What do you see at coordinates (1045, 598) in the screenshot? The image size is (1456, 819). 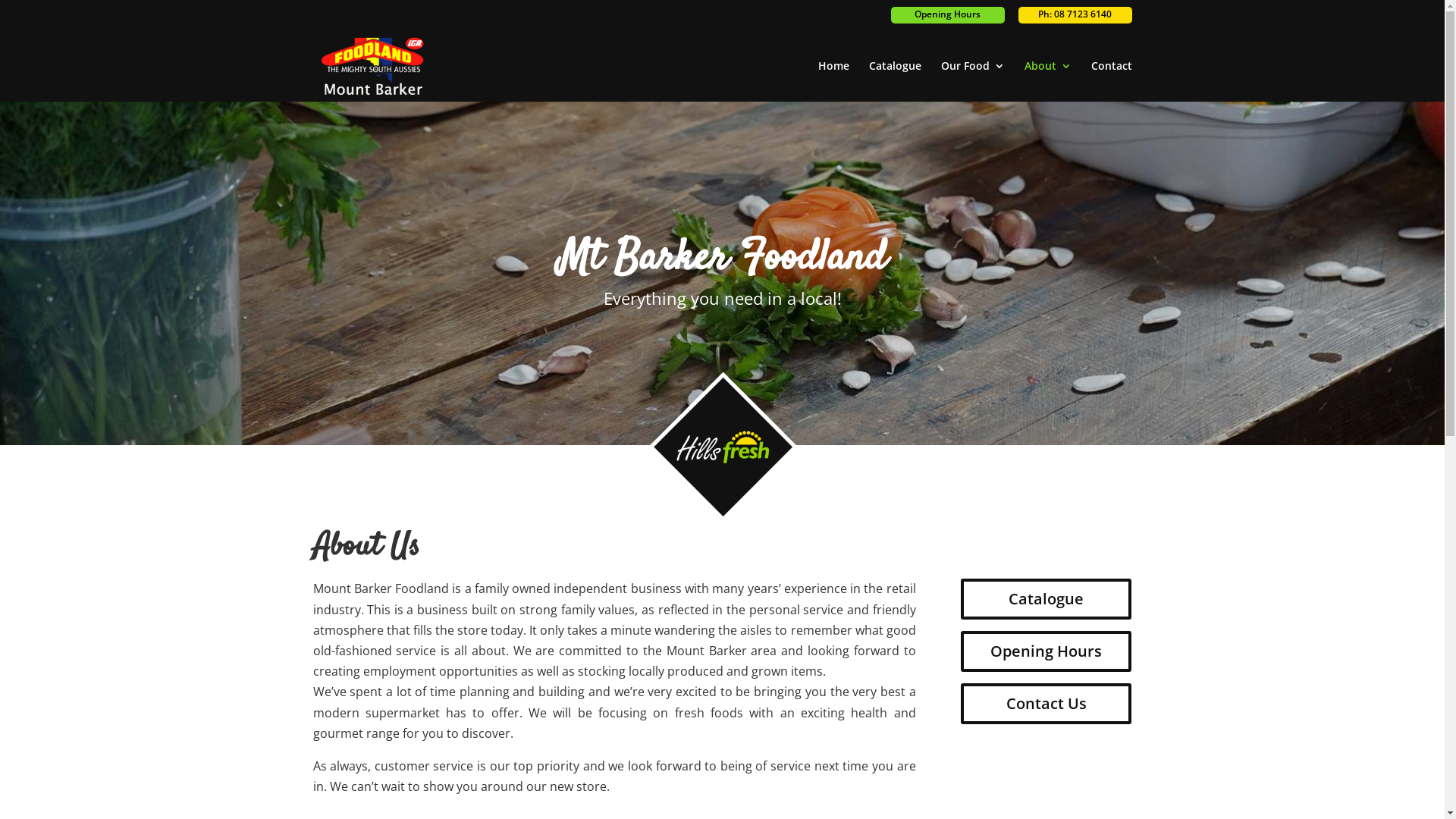 I see `'Catalogue'` at bounding box center [1045, 598].